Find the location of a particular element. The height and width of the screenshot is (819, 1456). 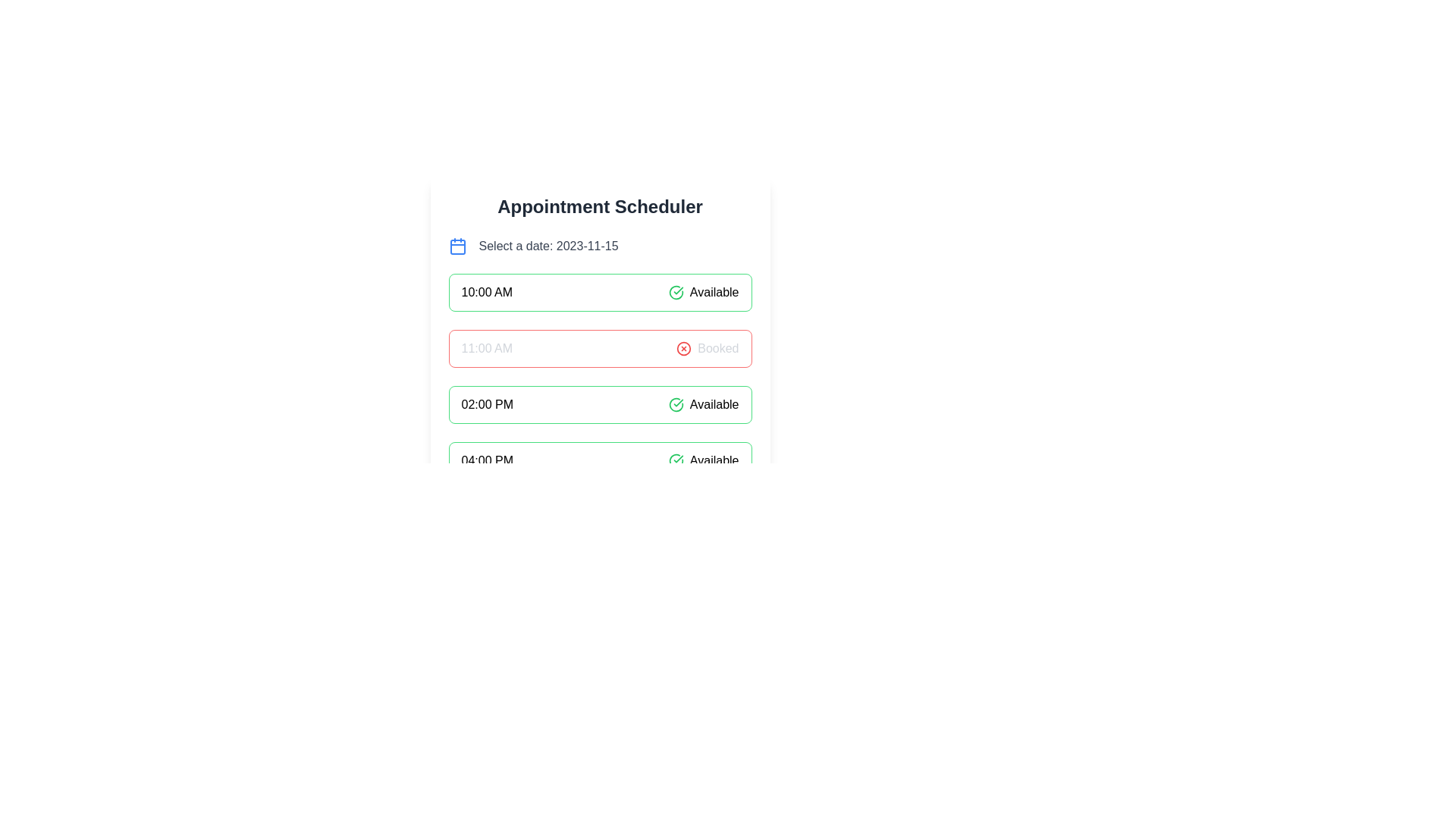

the text label that displays the currently selected date in the appointment scheduler, which is located to the right of the 'Select a date' label is located at coordinates (586, 245).